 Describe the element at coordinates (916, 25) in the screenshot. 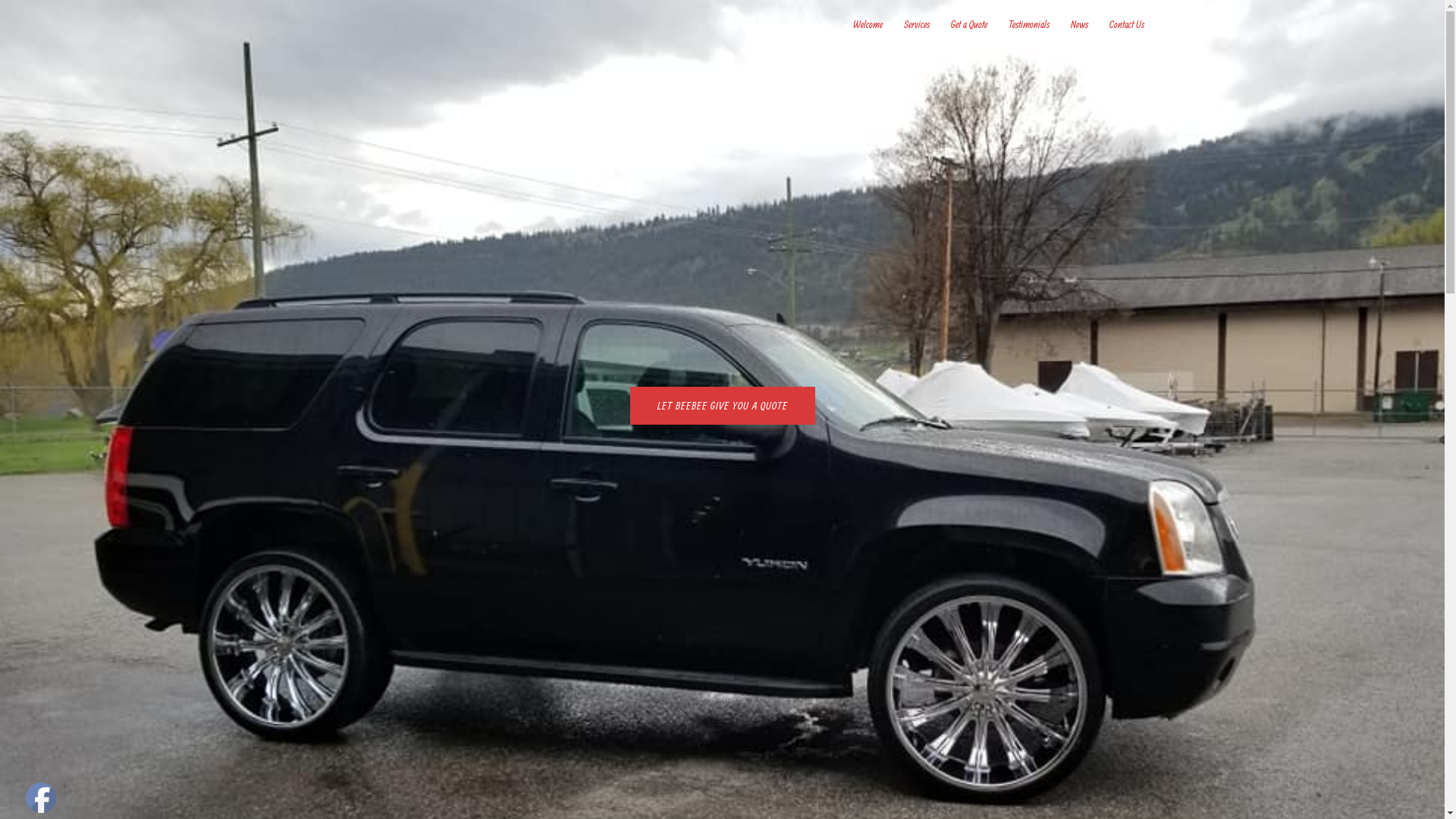

I see `'Services'` at that location.